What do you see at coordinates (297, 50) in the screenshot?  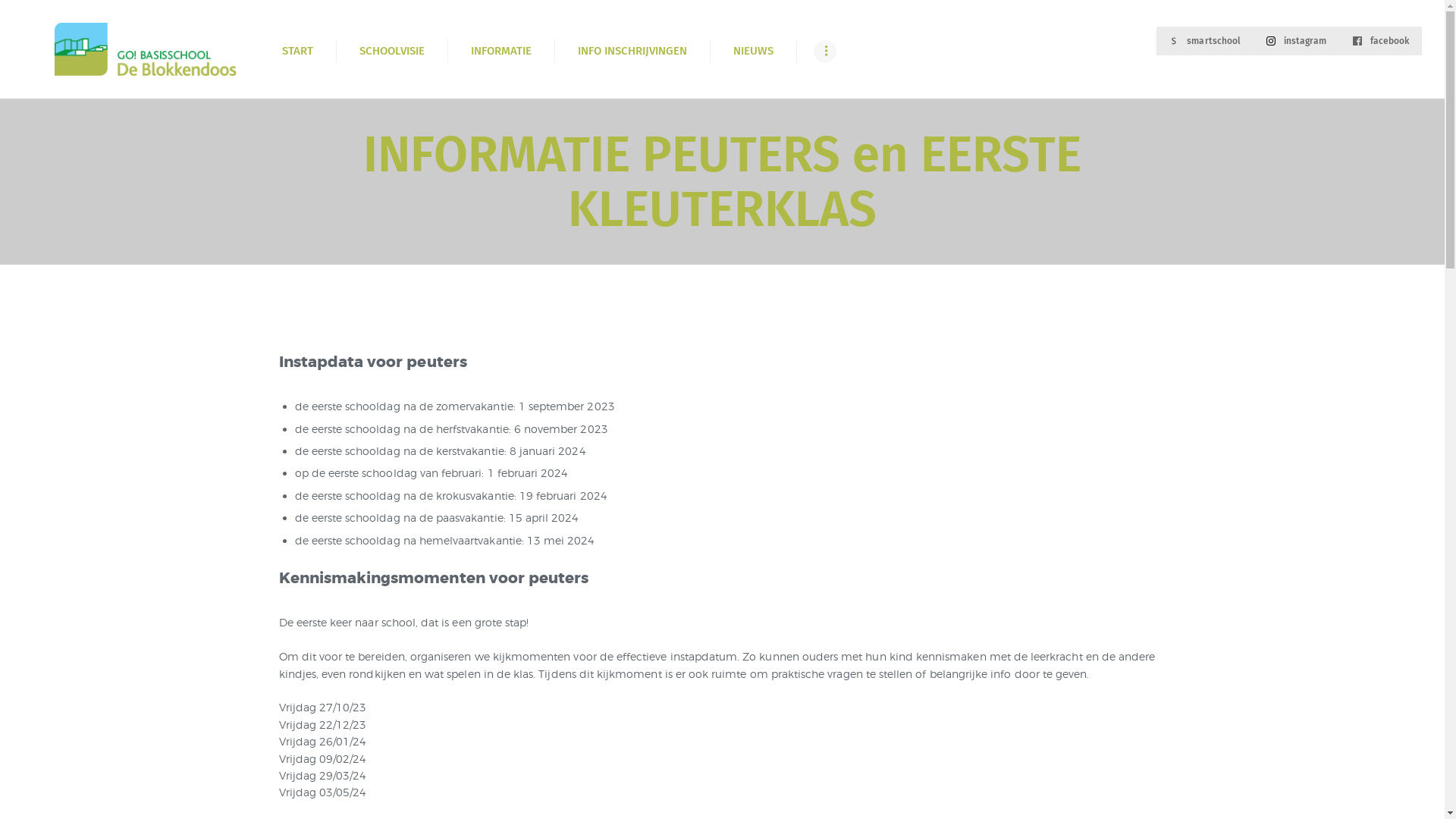 I see `'START'` at bounding box center [297, 50].